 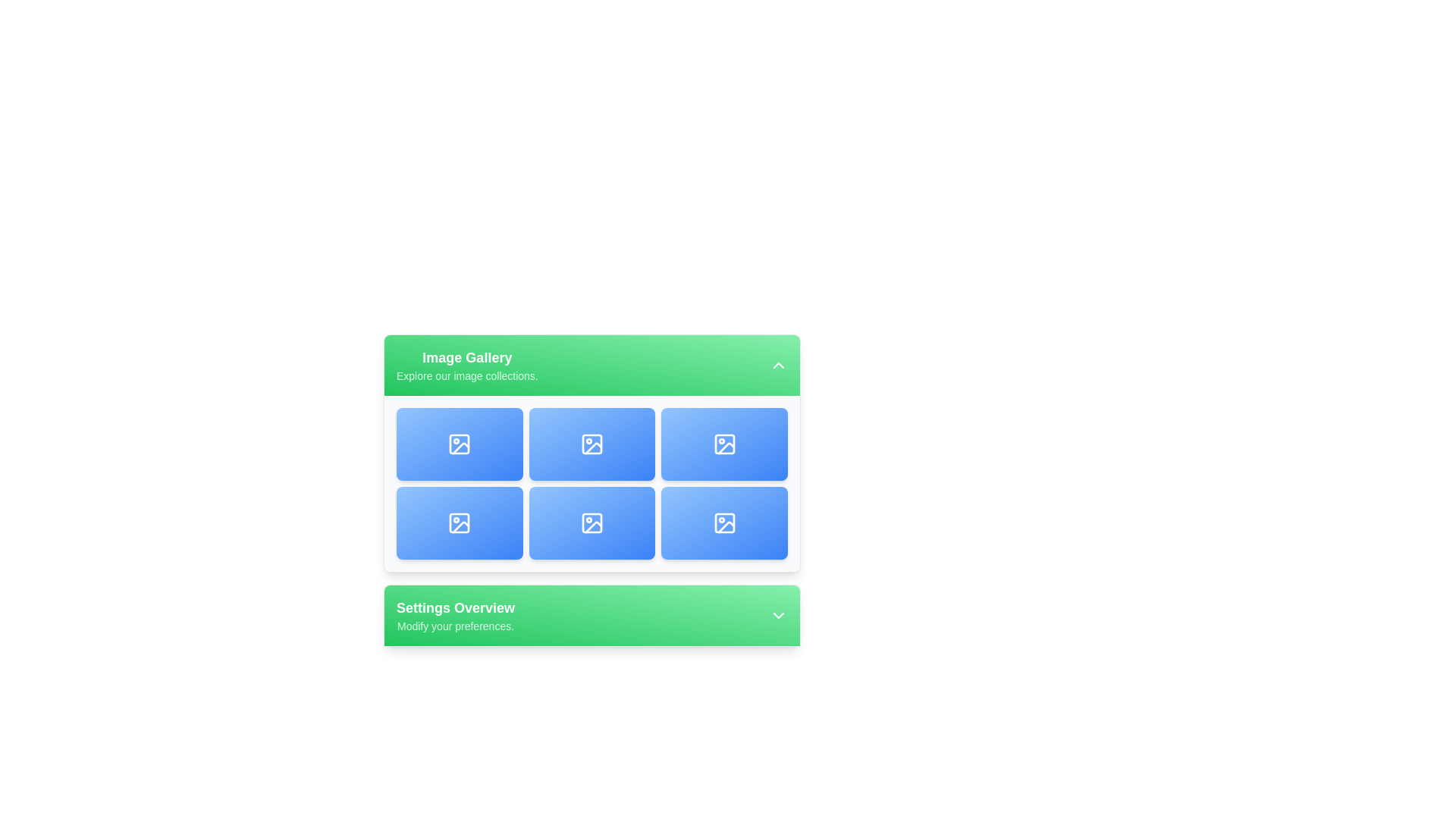 What do you see at coordinates (723, 444) in the screenshot?
I see `the Image Icon located in the bottom row, third column of the 'Image Gallery' section` at bounding box center [723, 444].